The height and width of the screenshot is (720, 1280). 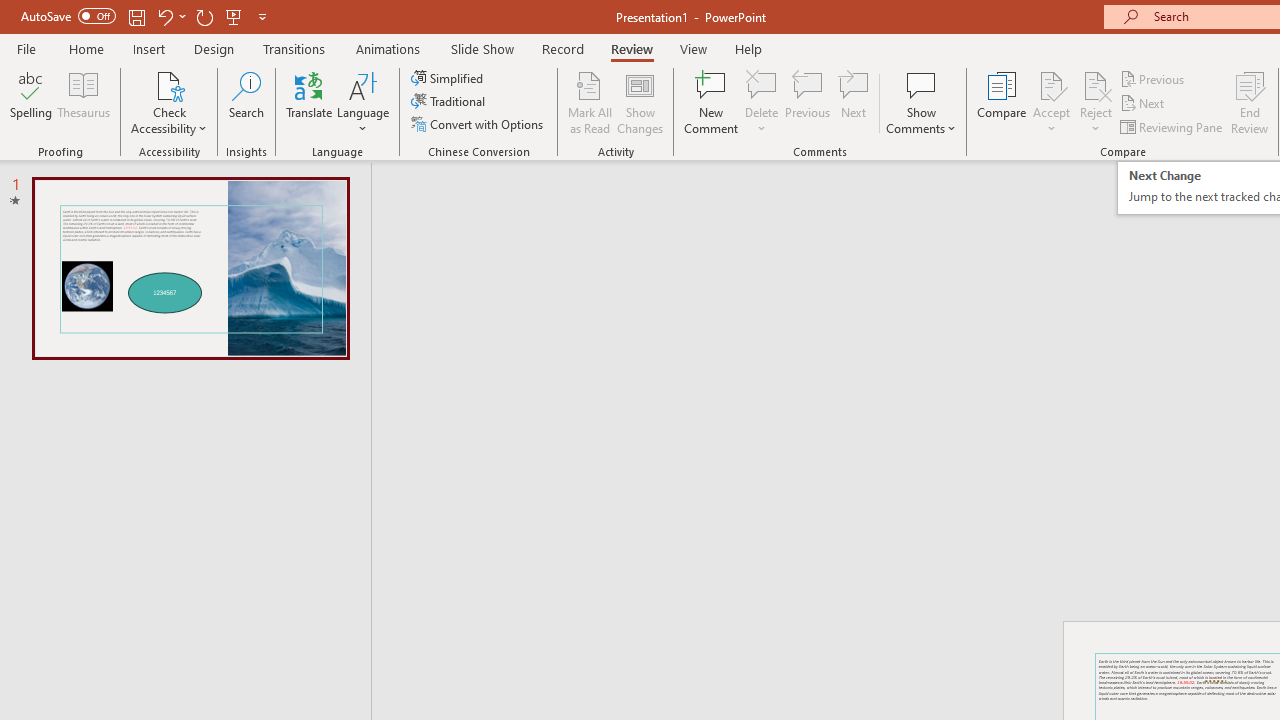 What do you see at coordinates (1050, 103) in the screenshot?
I see `'Accept'` at bounding box center [1050, 103].